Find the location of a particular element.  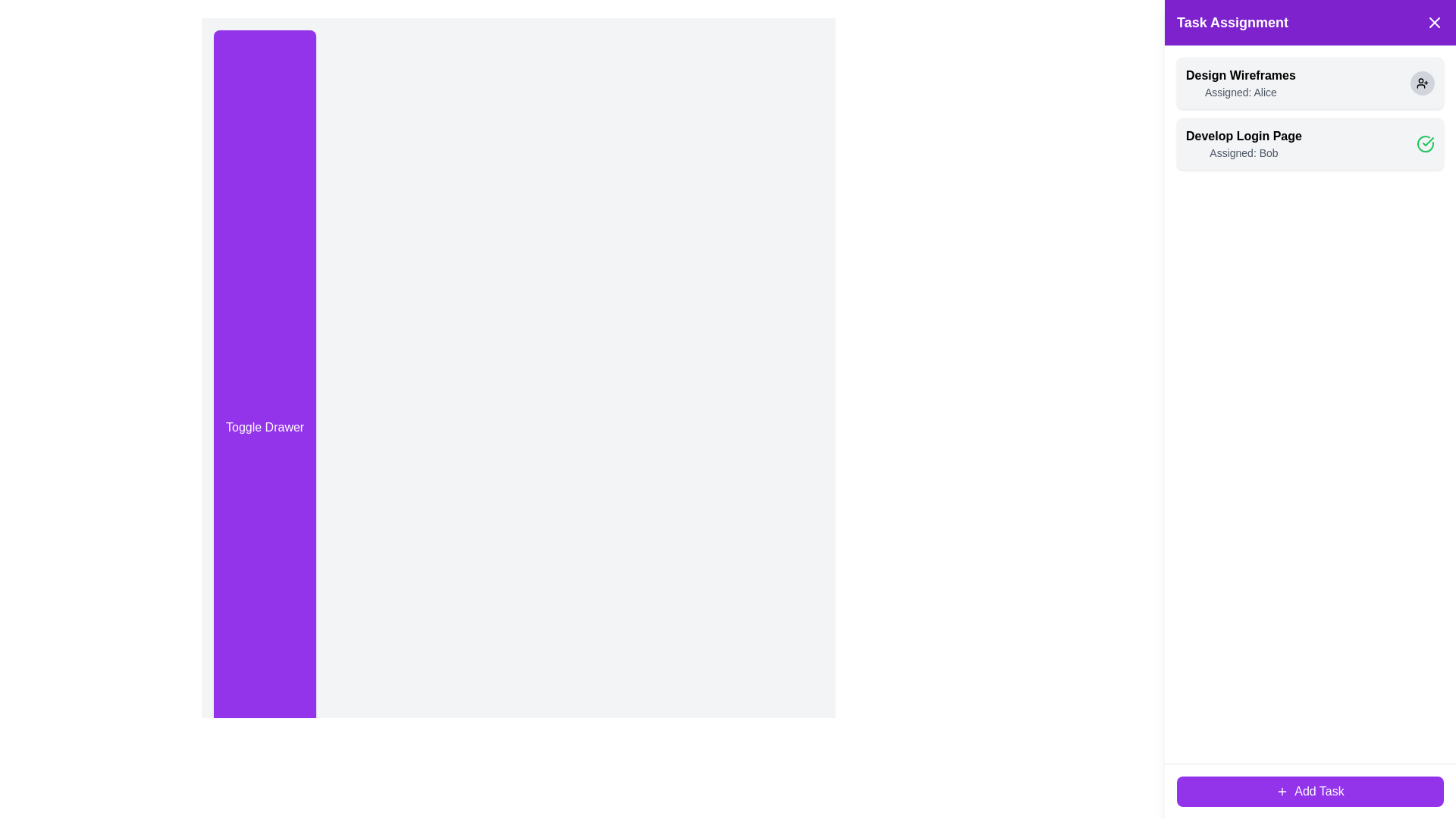

the close button located in the top-right corner of the 'Task Assignment' panel is located at coordinates (1433, 23).